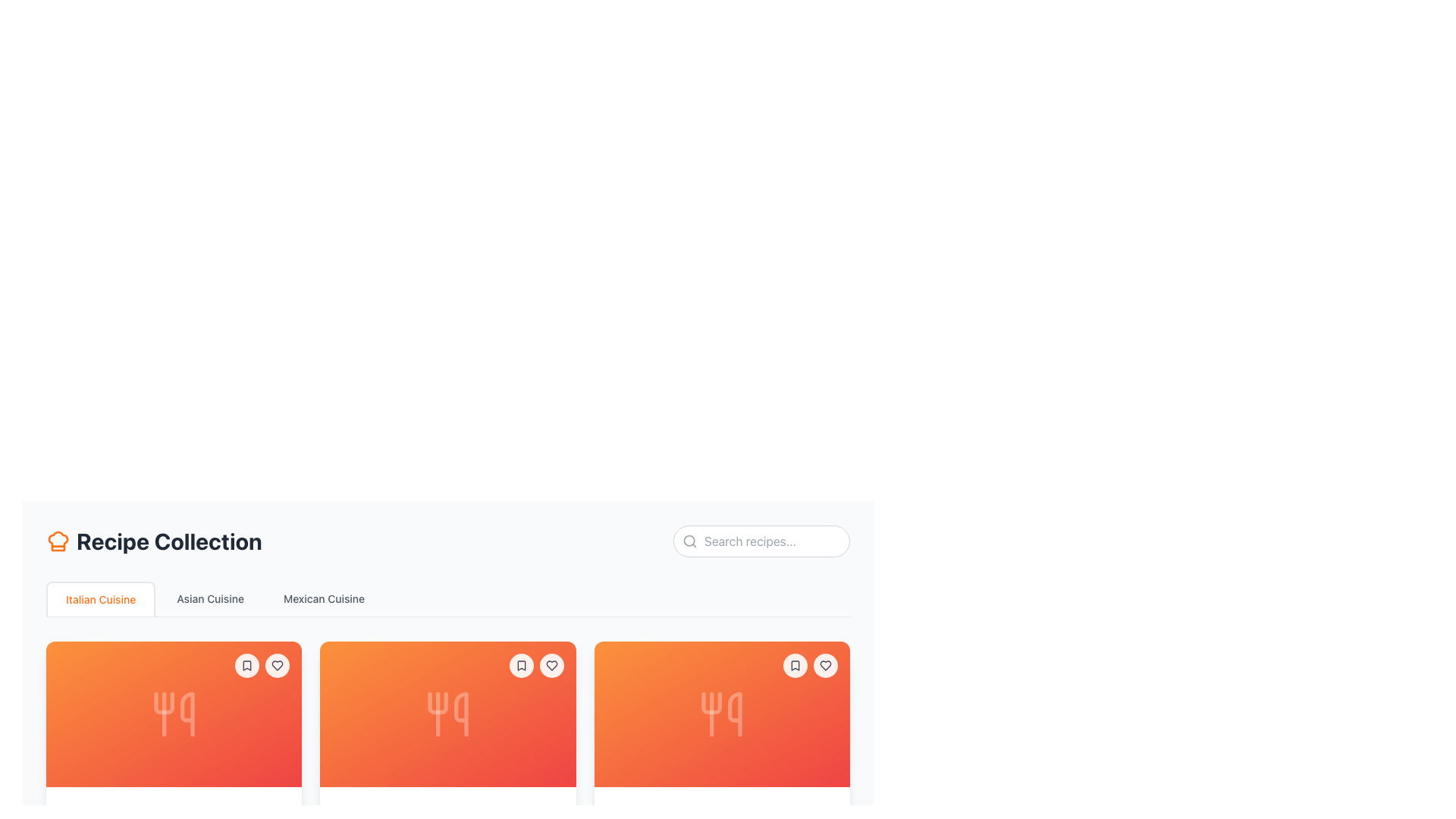 The height and width of the screenshot is (819, 1456). Describe the element at coordinates (100, 598) in the screenshot. I see `the first navigation tab labeled 'Italian Cuisine' located below the 'Recipe Collection' heading` at that location.